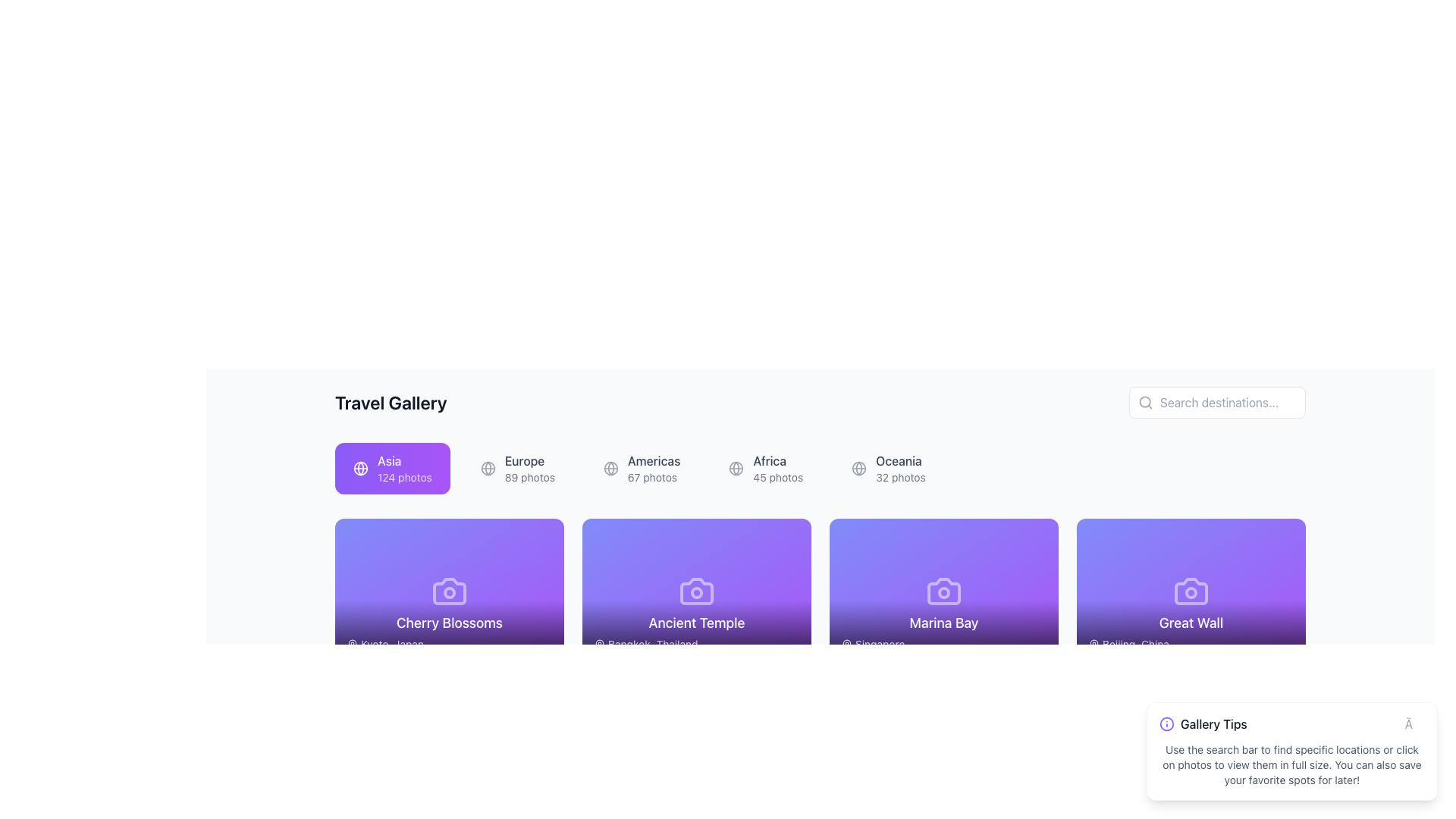  I want to click on the label displaying '32 photos' that is styled with a small font size and gray color, positioned beneath the title 'Oceania', so click(900, 476).